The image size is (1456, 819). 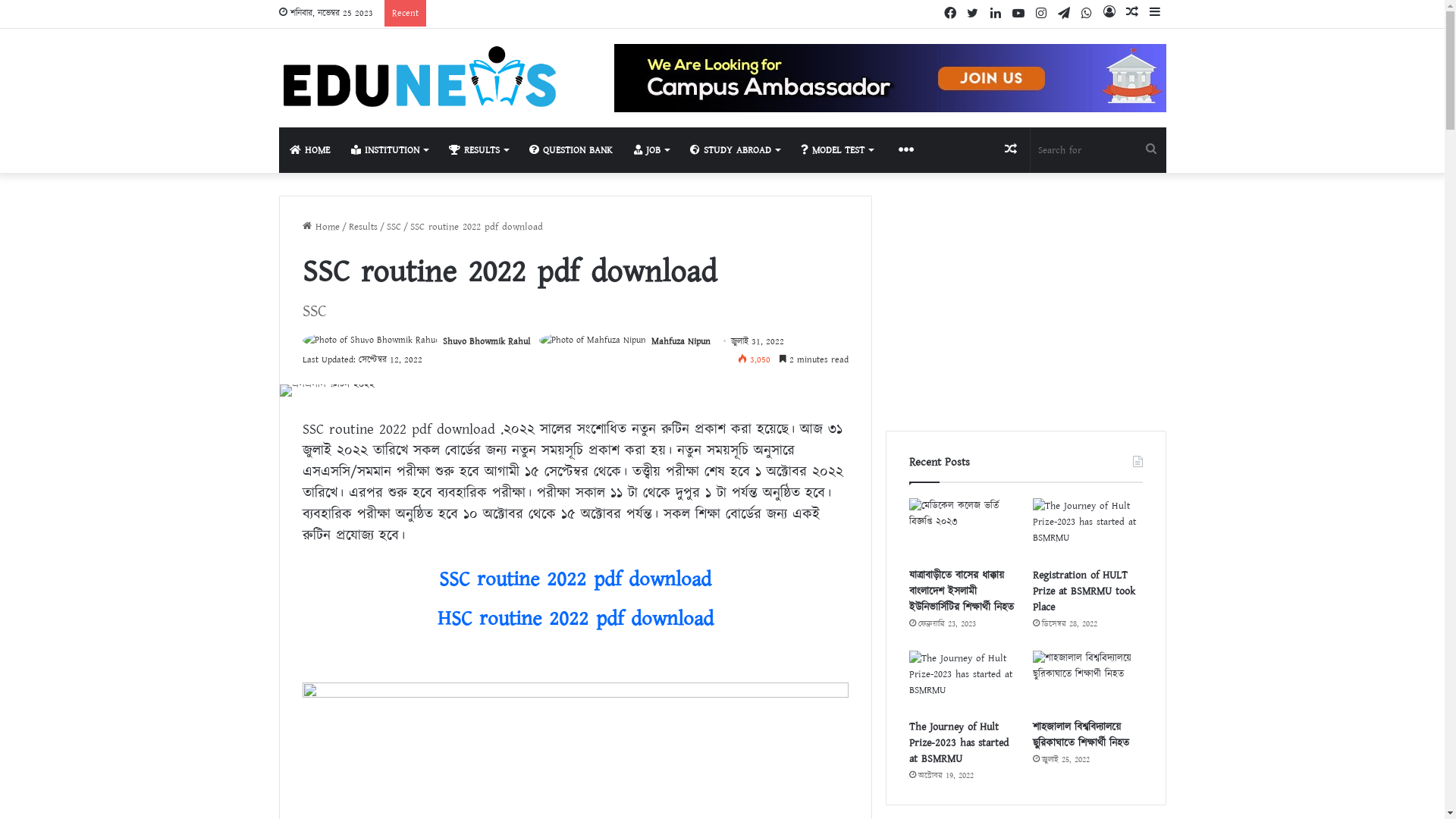 I want to click on 'RESULTS', so click(x=477, y=149).